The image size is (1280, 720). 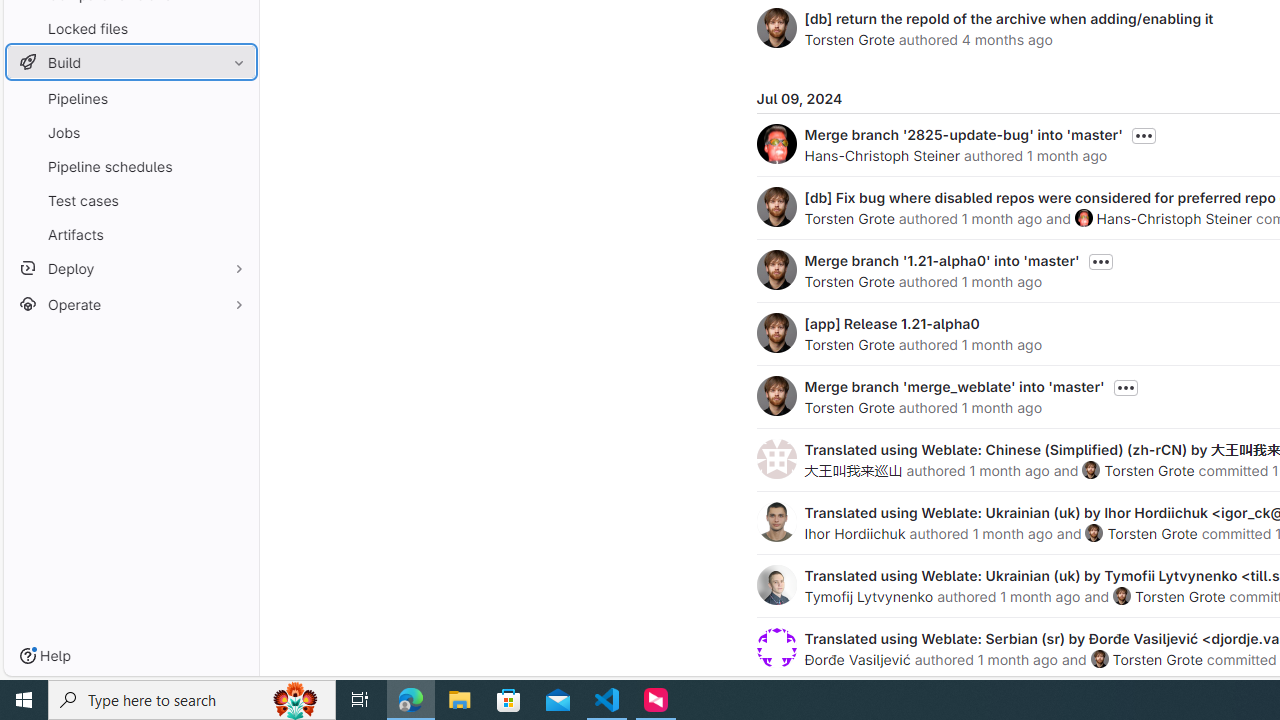 I want to click on 'Merge branch ', so click(x=941, y=259).